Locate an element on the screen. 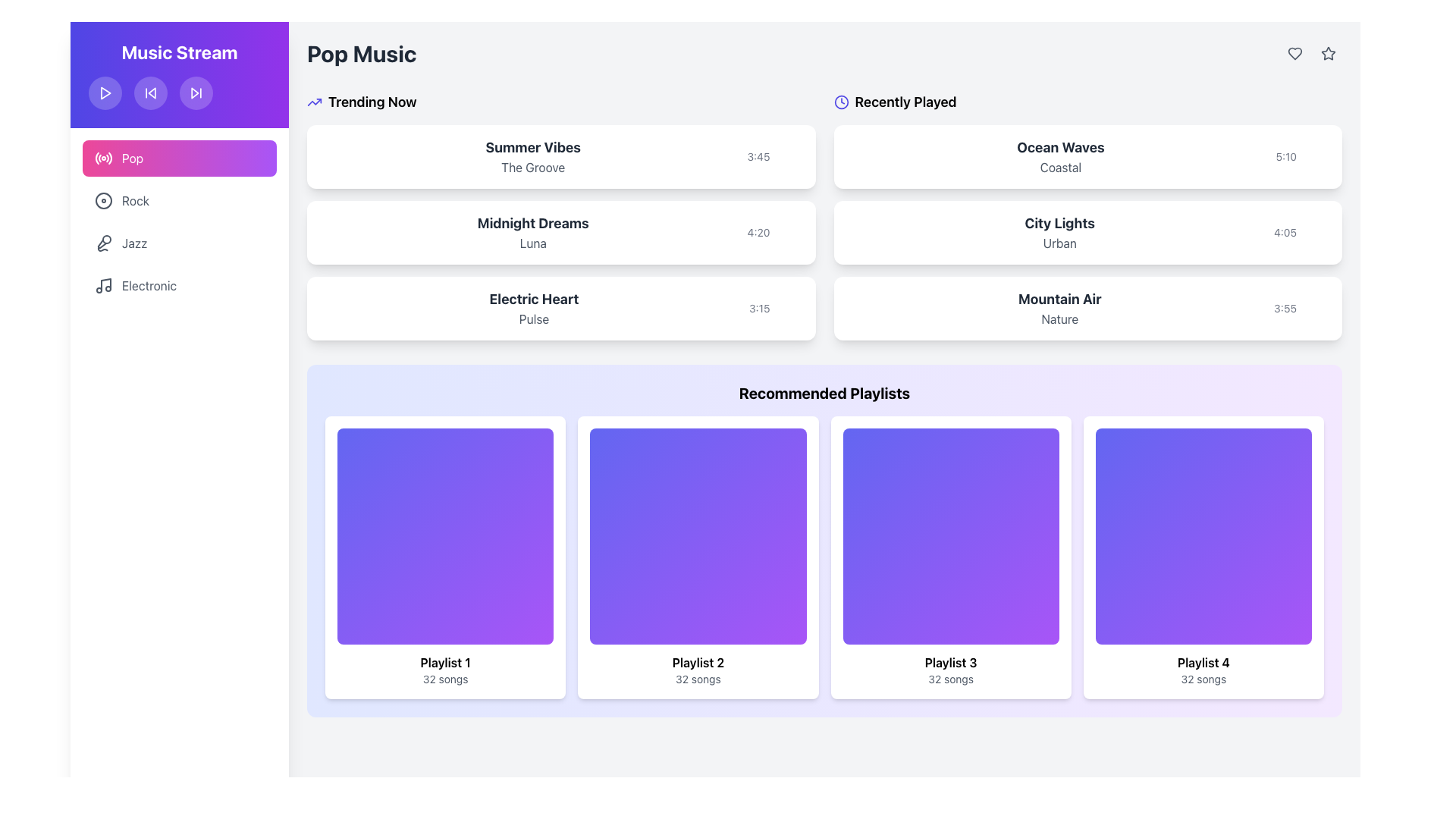 Image resolution: width=1456 pixels, height=819 pixels. the graphical decorative component within the SVG icon that visually represents an upward progression, located closer to the left side of the icon is located at coordinates (313, 102).